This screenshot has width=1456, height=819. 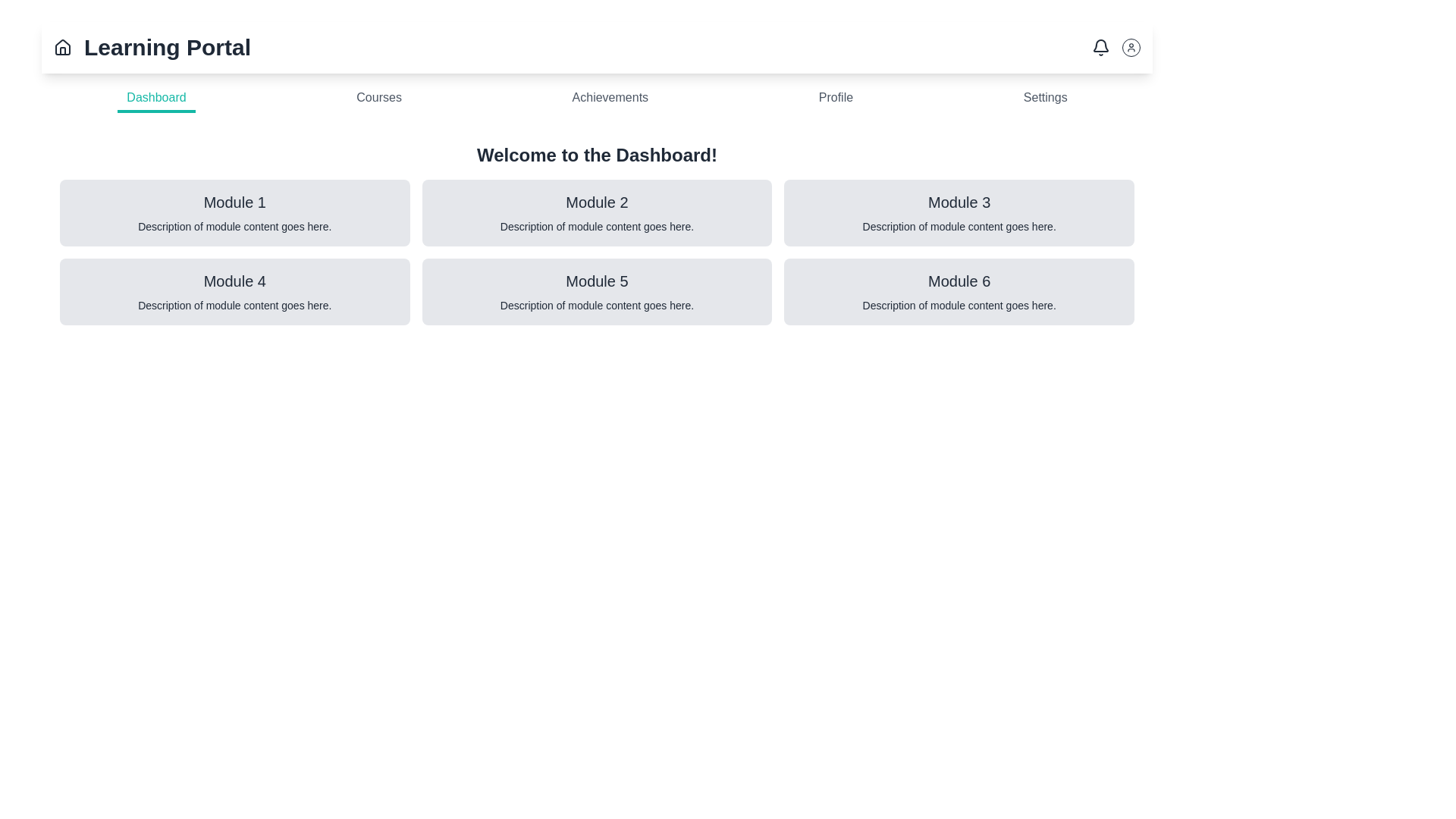 I want to click on the 'Learning Portal' title and home icon in the top navigation bar, so click(x=152, y=46).